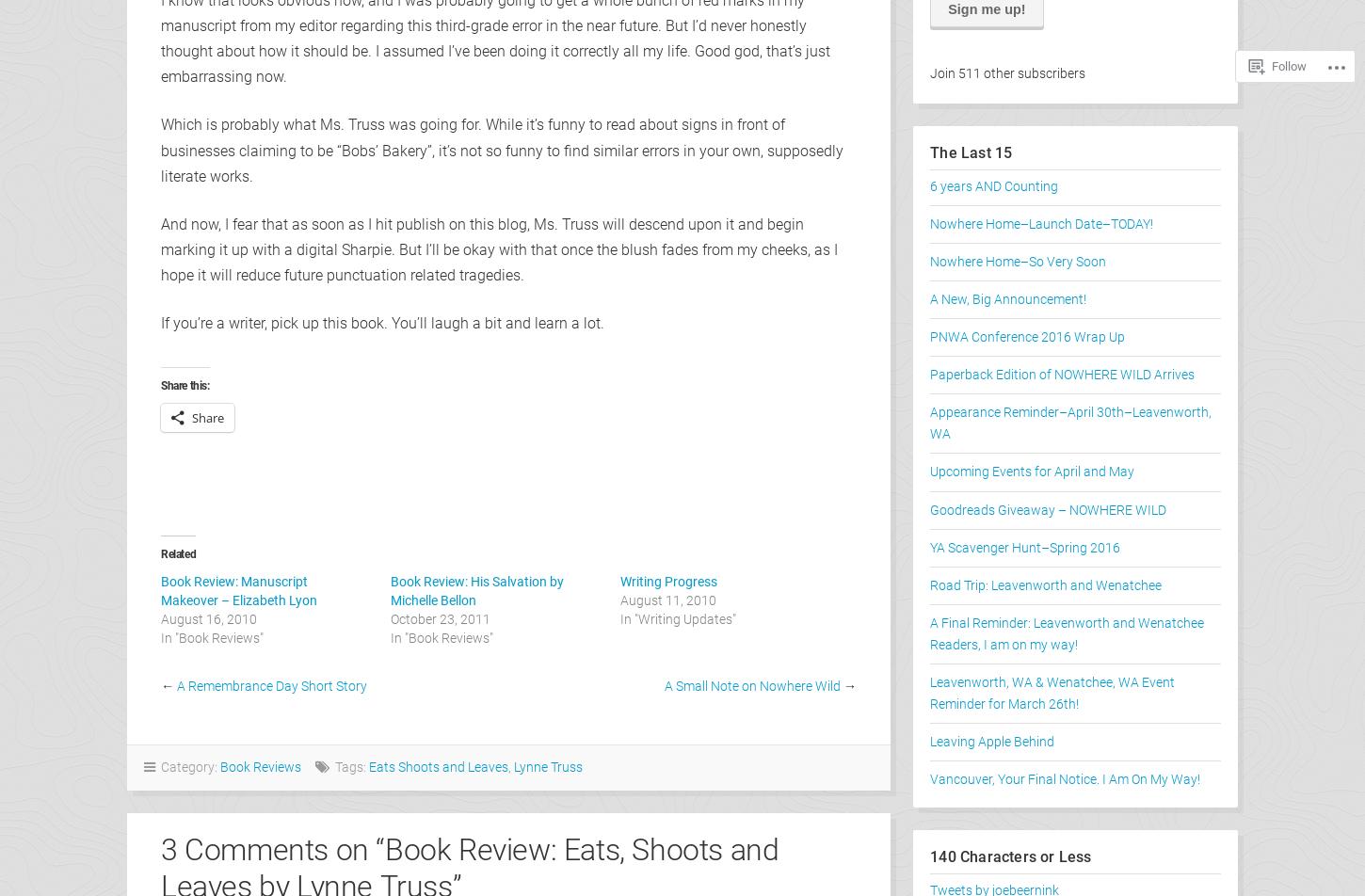 The image size is (1365, 896). What do you see at coordinates (186, 766) in the screenshot?
I see `'Category:'` at bounding box center [186, 766].